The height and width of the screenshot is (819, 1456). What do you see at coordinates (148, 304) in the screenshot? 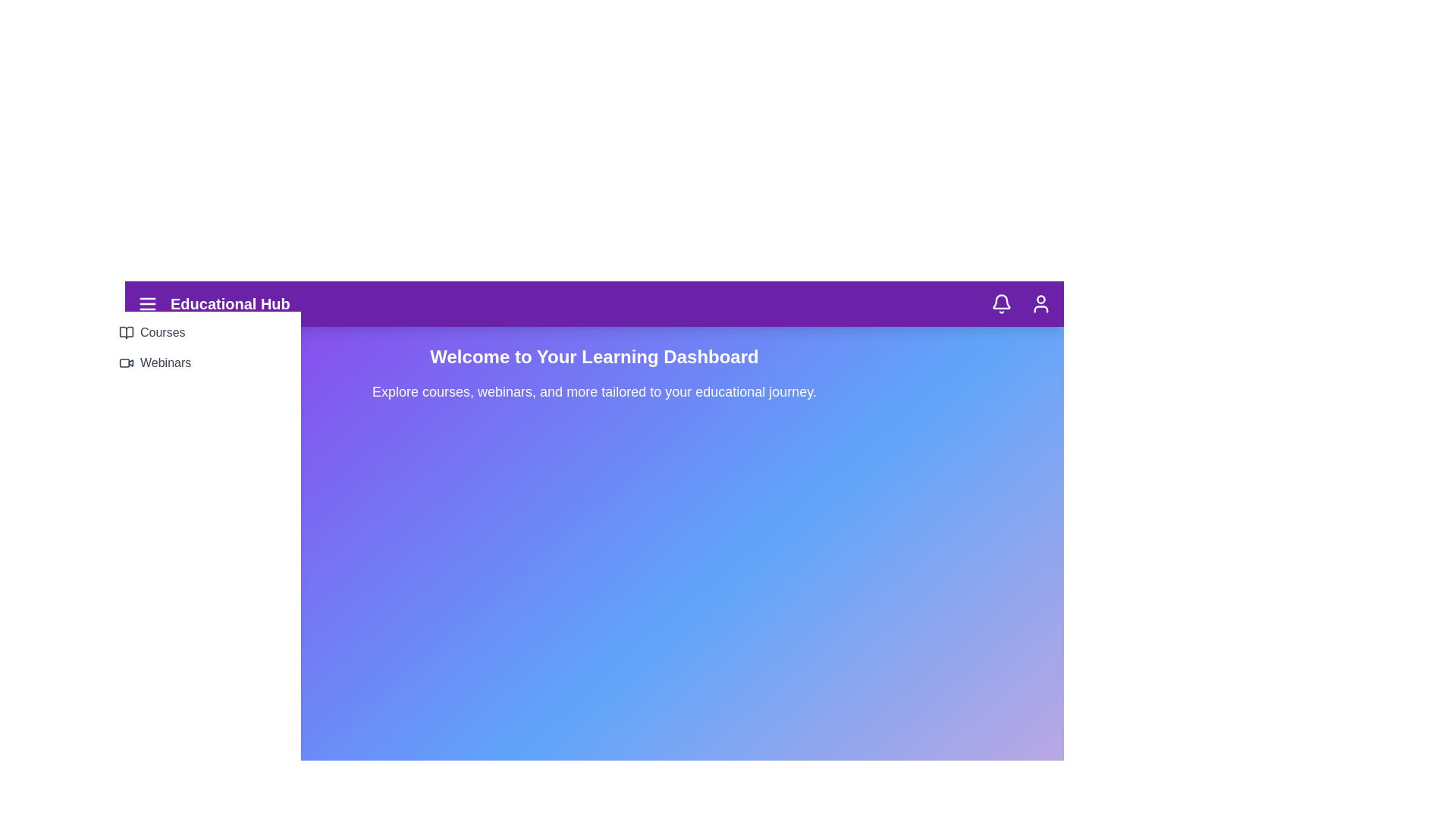
I see `the menu button to toggle the navigation menu visibility` at bounding box center [148, 304].